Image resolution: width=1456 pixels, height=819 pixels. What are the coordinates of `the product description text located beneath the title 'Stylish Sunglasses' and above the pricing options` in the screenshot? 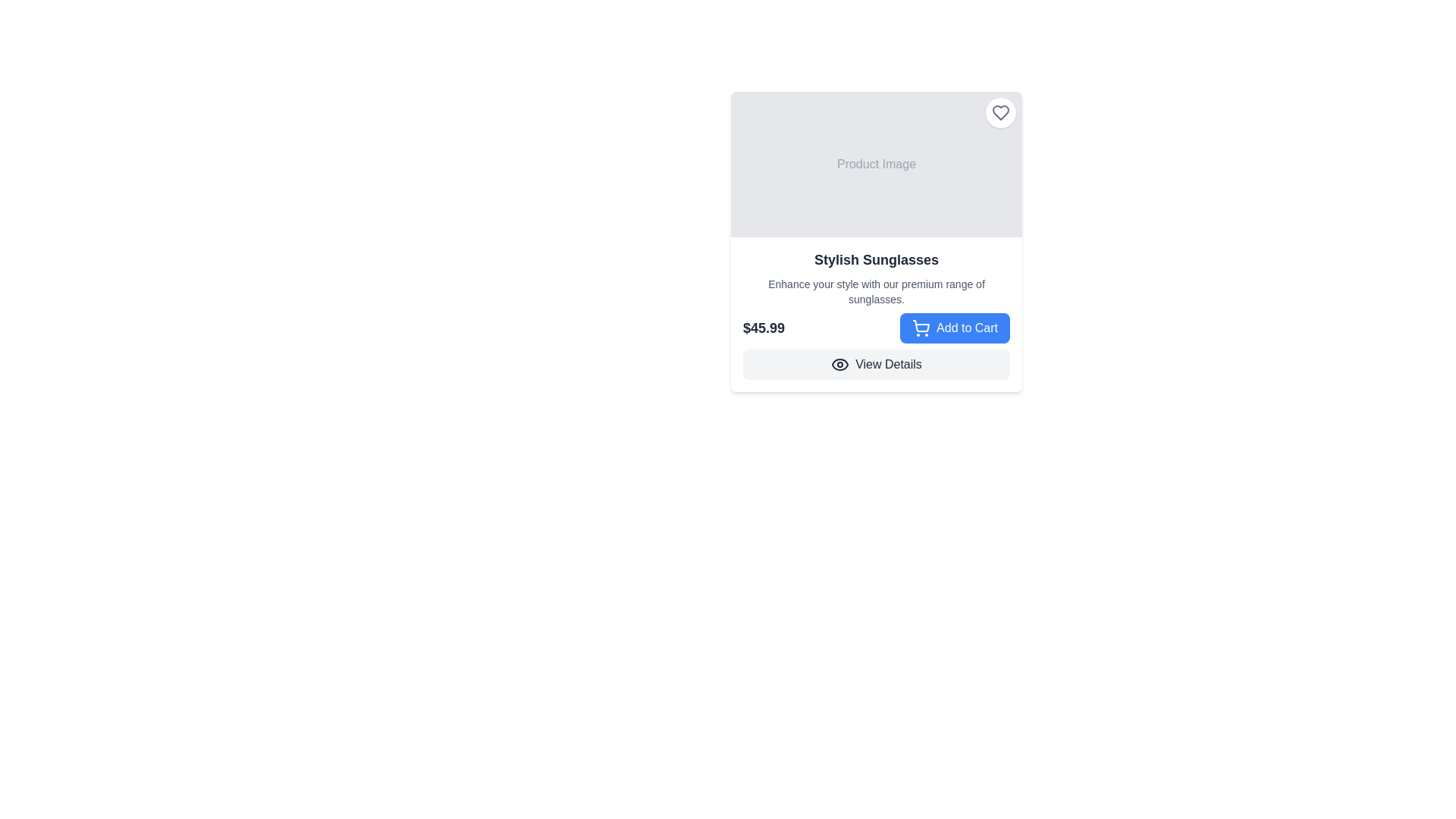 It's located at (877, 292).